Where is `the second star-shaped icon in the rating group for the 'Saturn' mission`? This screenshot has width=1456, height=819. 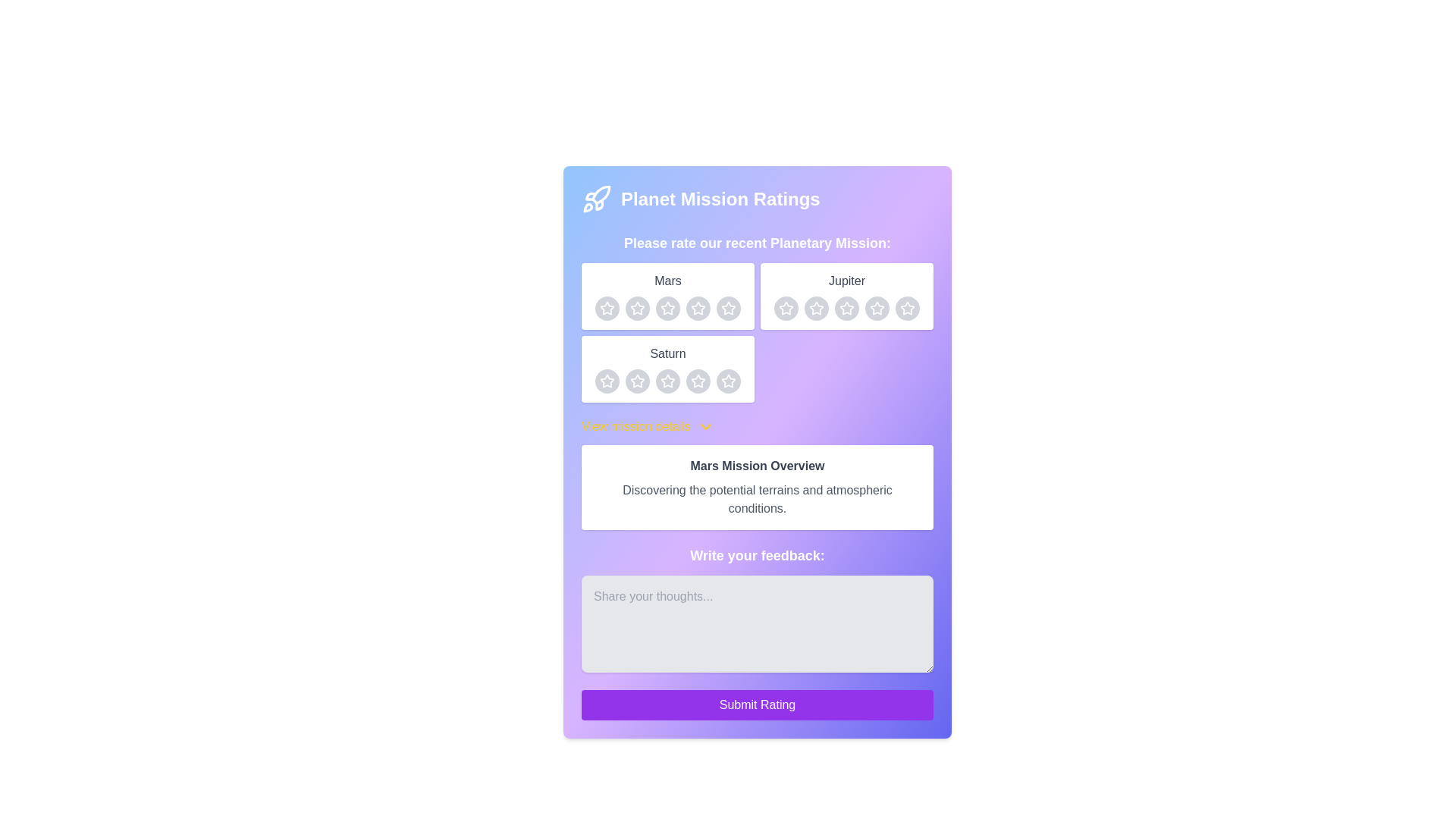
the second star-shaped icon in the rating group for the 'Saturn' mission is located at coordinates (637, 380).